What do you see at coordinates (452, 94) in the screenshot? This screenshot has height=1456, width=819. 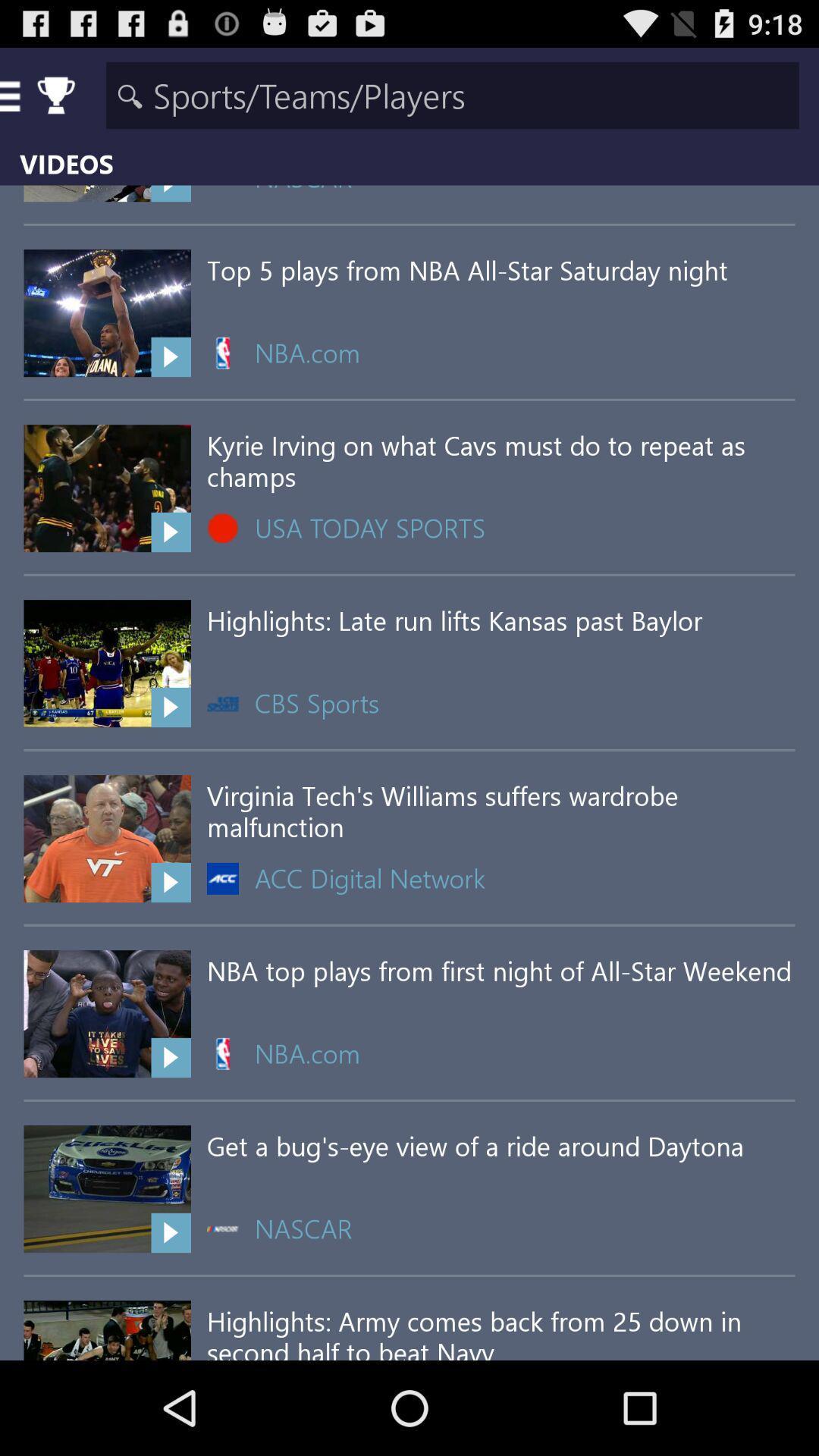 I see `search for sports teams or players` at bounding box center [452, 94].